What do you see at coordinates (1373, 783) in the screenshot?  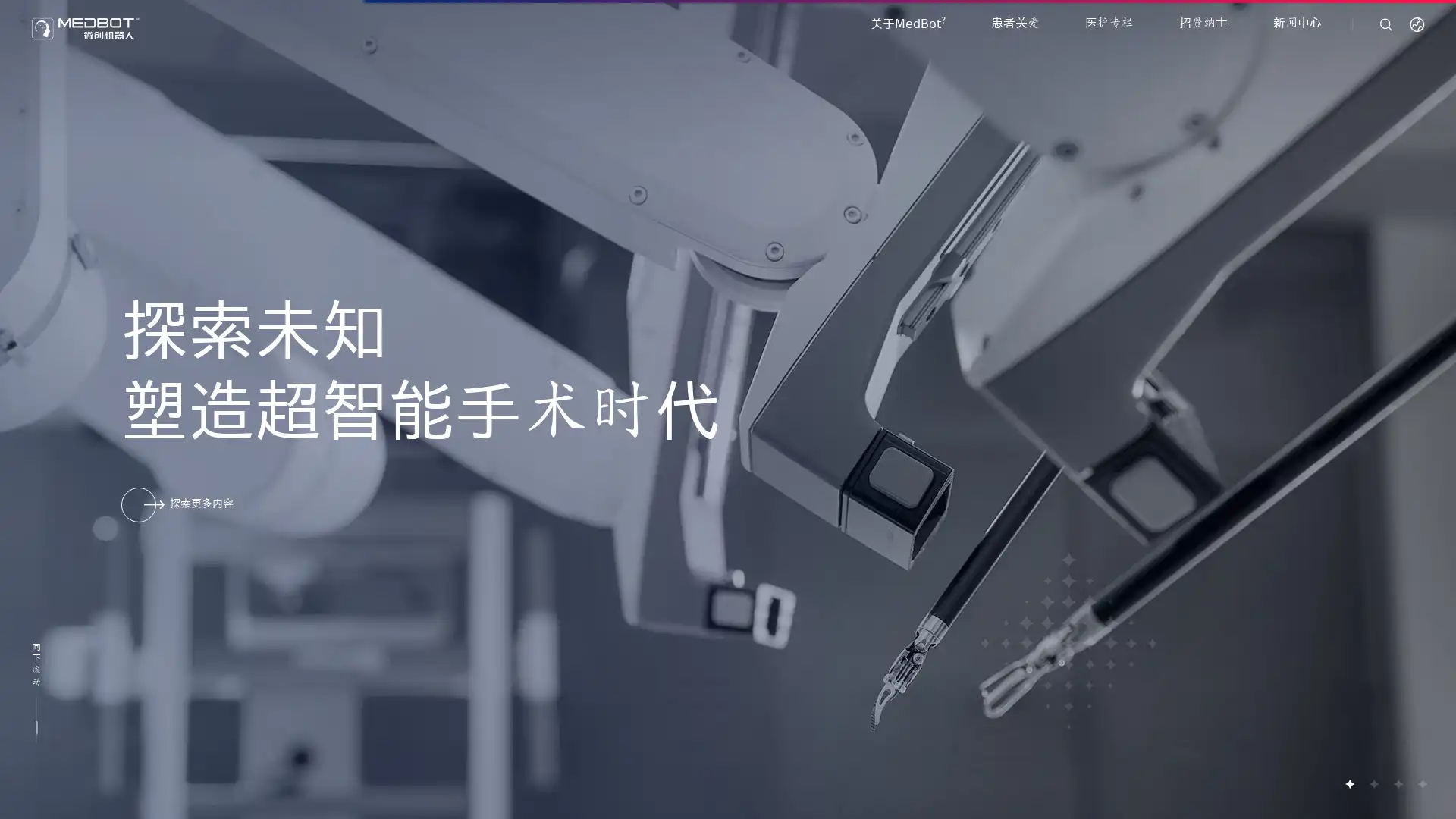 I see `Go to slide 2` at bounding box center [1373, 783].